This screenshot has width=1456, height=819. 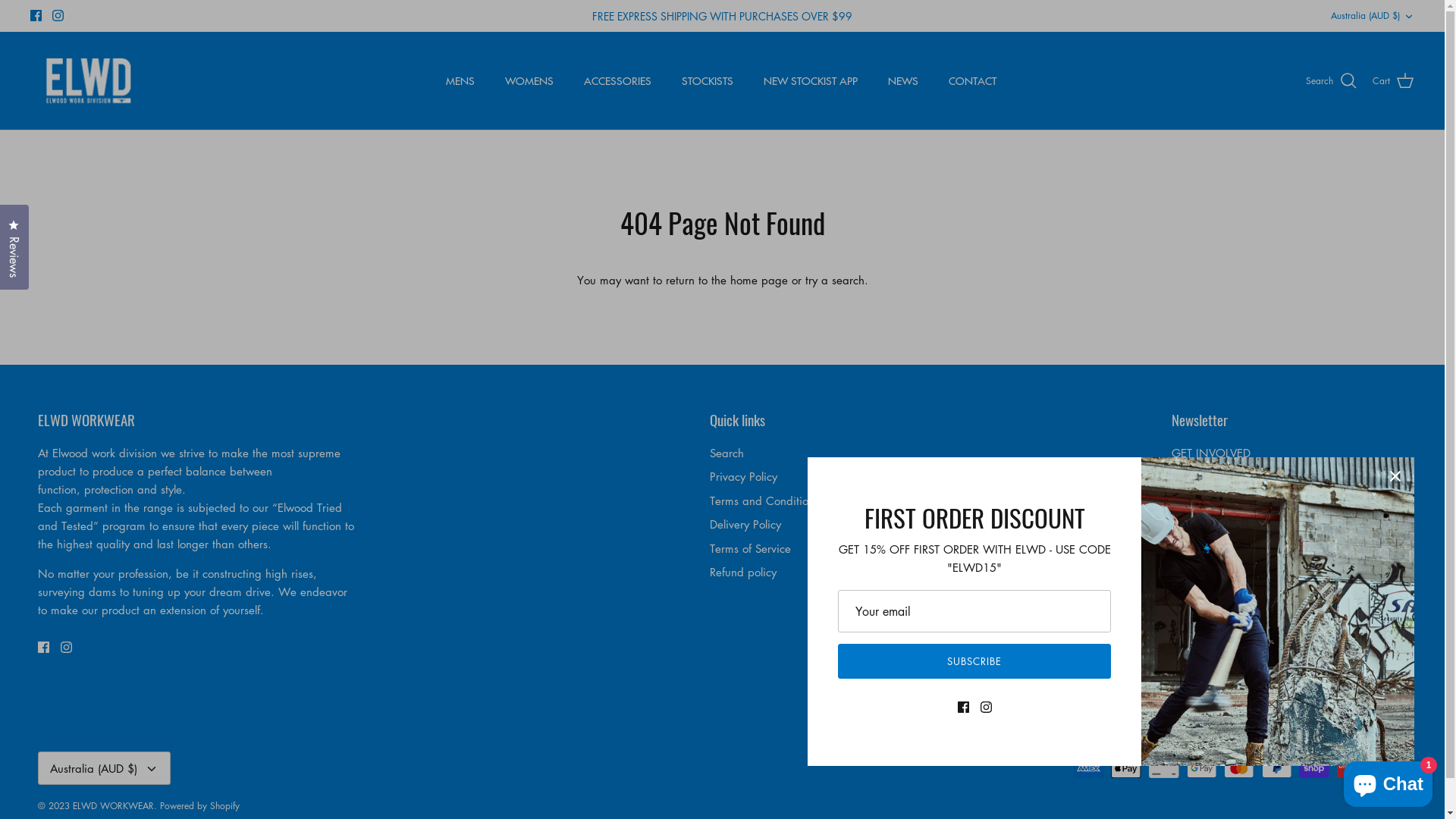 I want to click on 'Terms and Conditions', so click(x=709, y=500).